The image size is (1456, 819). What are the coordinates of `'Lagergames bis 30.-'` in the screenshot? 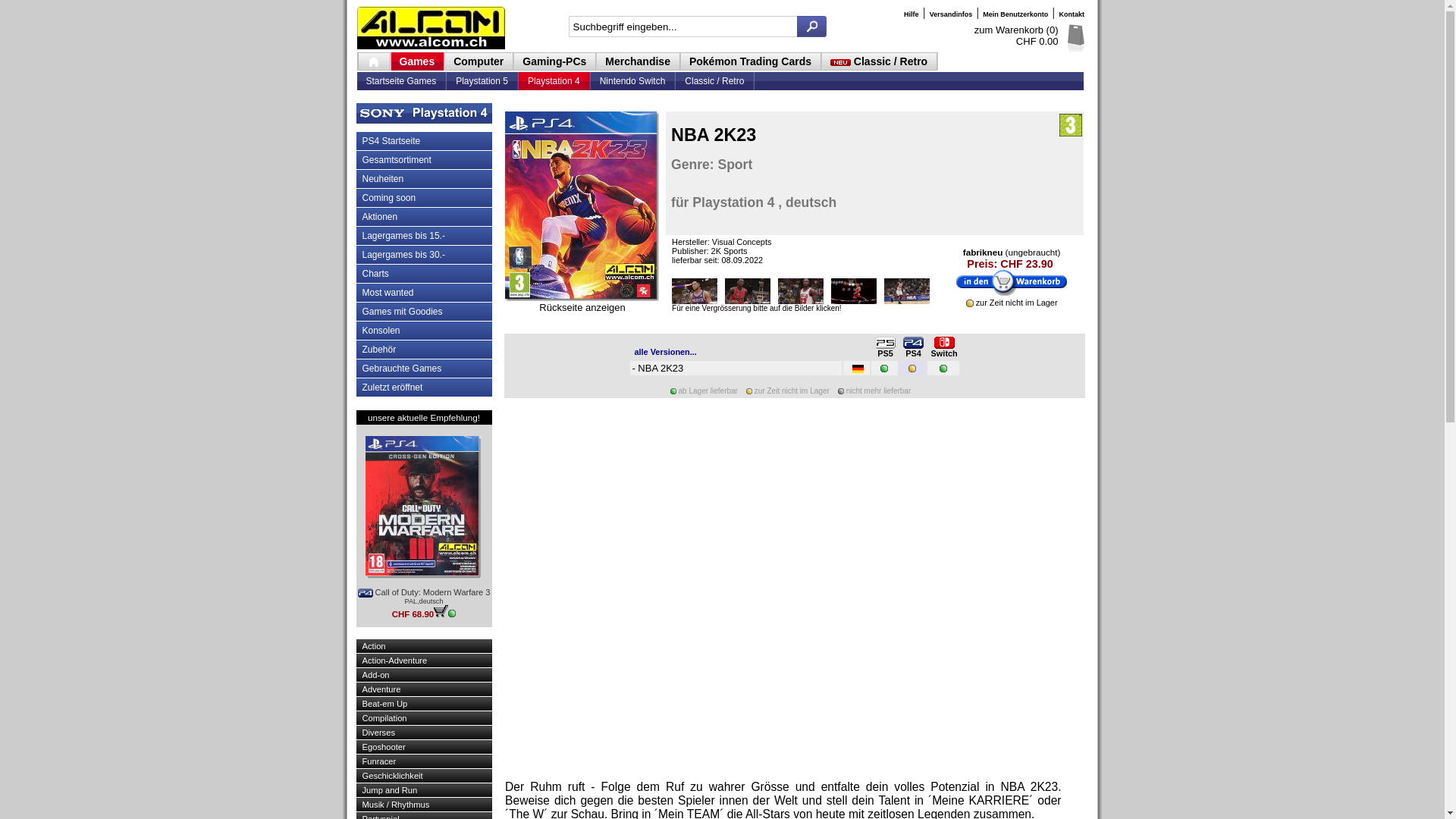 It's located at (424, 253).